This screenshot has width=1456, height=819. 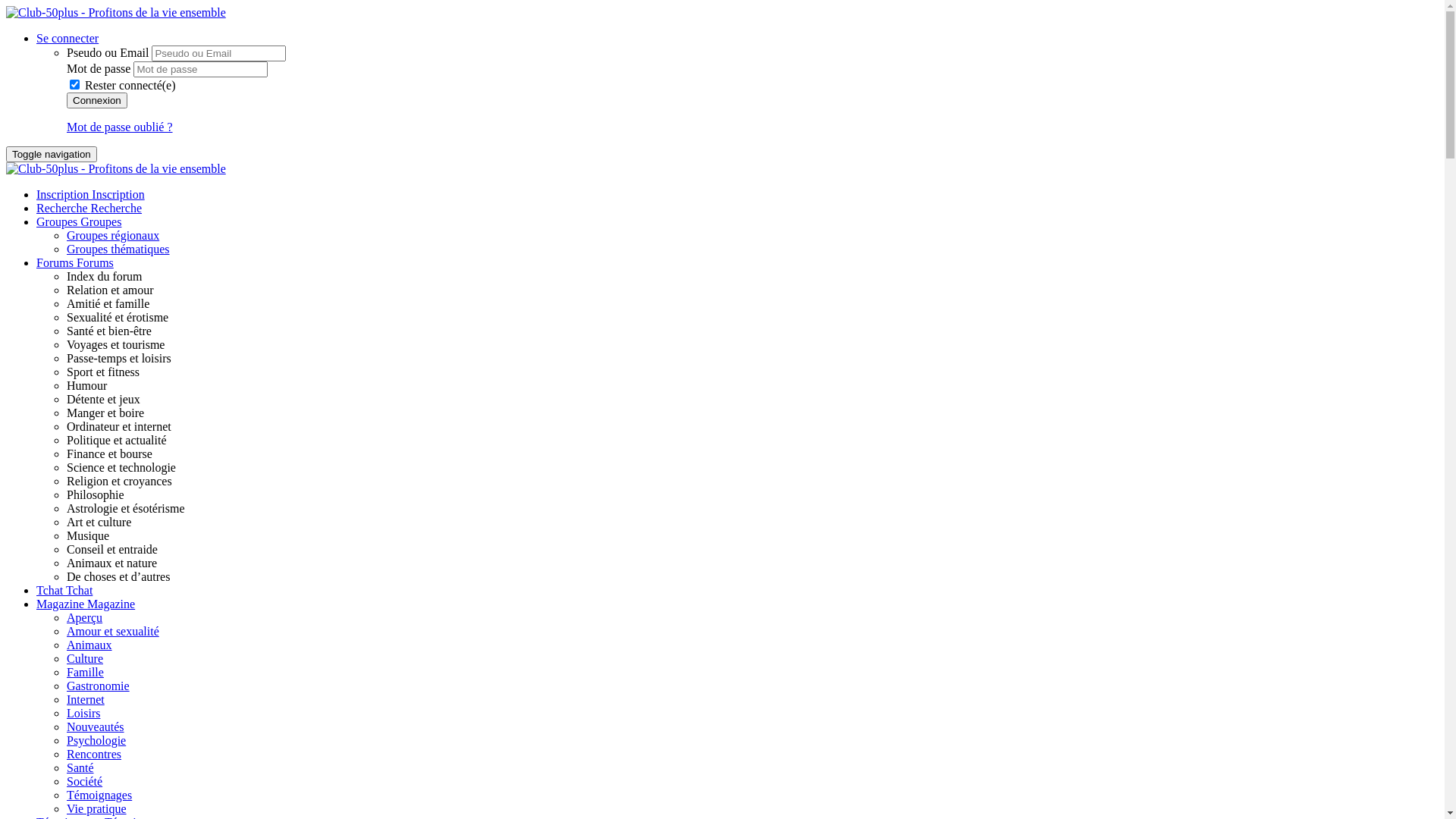 What do you see at coordinates (96, 808) in the screenshot?
I see `'Vie pratique'` at bounding box center [96, 808].